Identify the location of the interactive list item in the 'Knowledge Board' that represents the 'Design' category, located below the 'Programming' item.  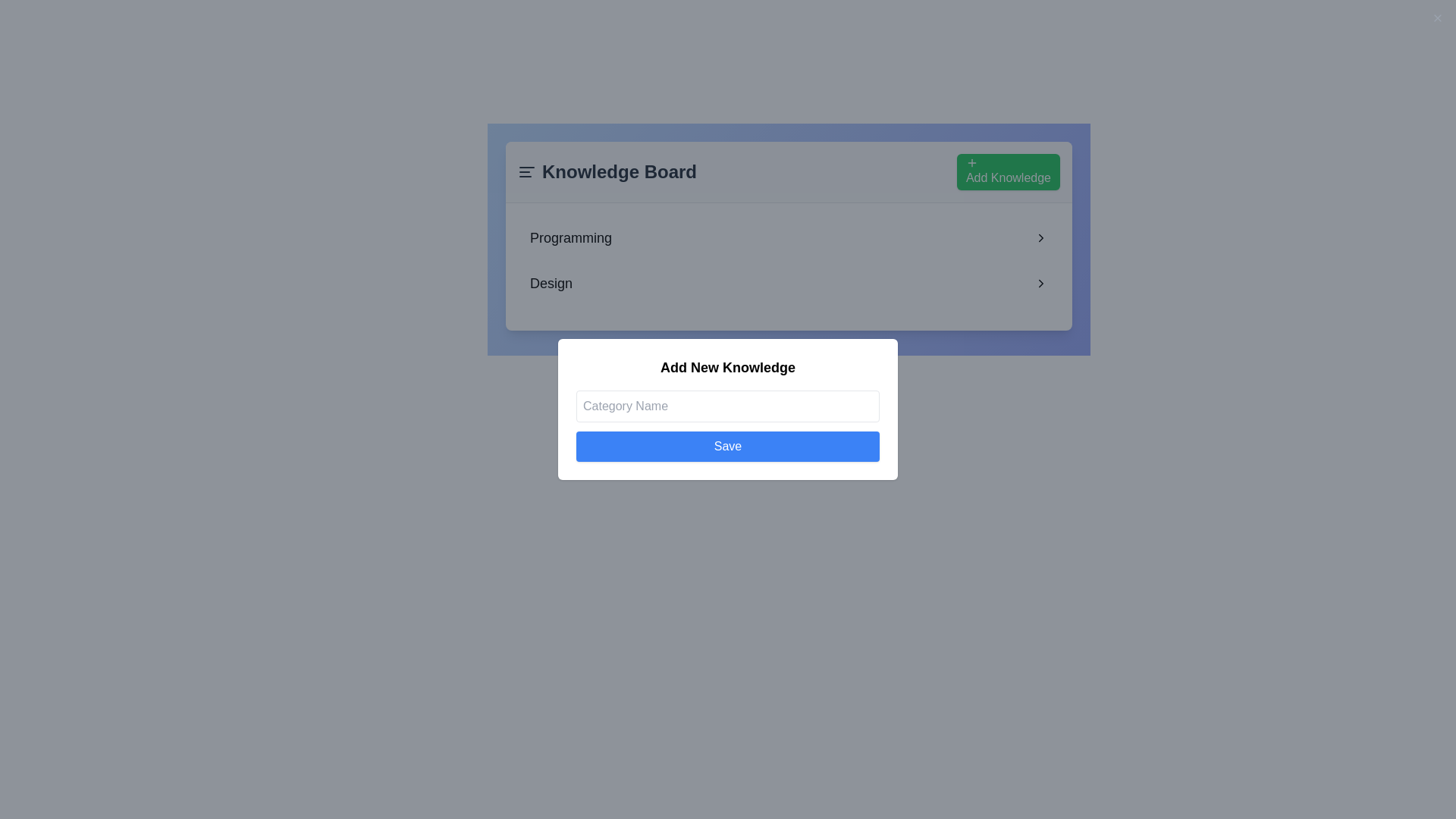
(789, 284).